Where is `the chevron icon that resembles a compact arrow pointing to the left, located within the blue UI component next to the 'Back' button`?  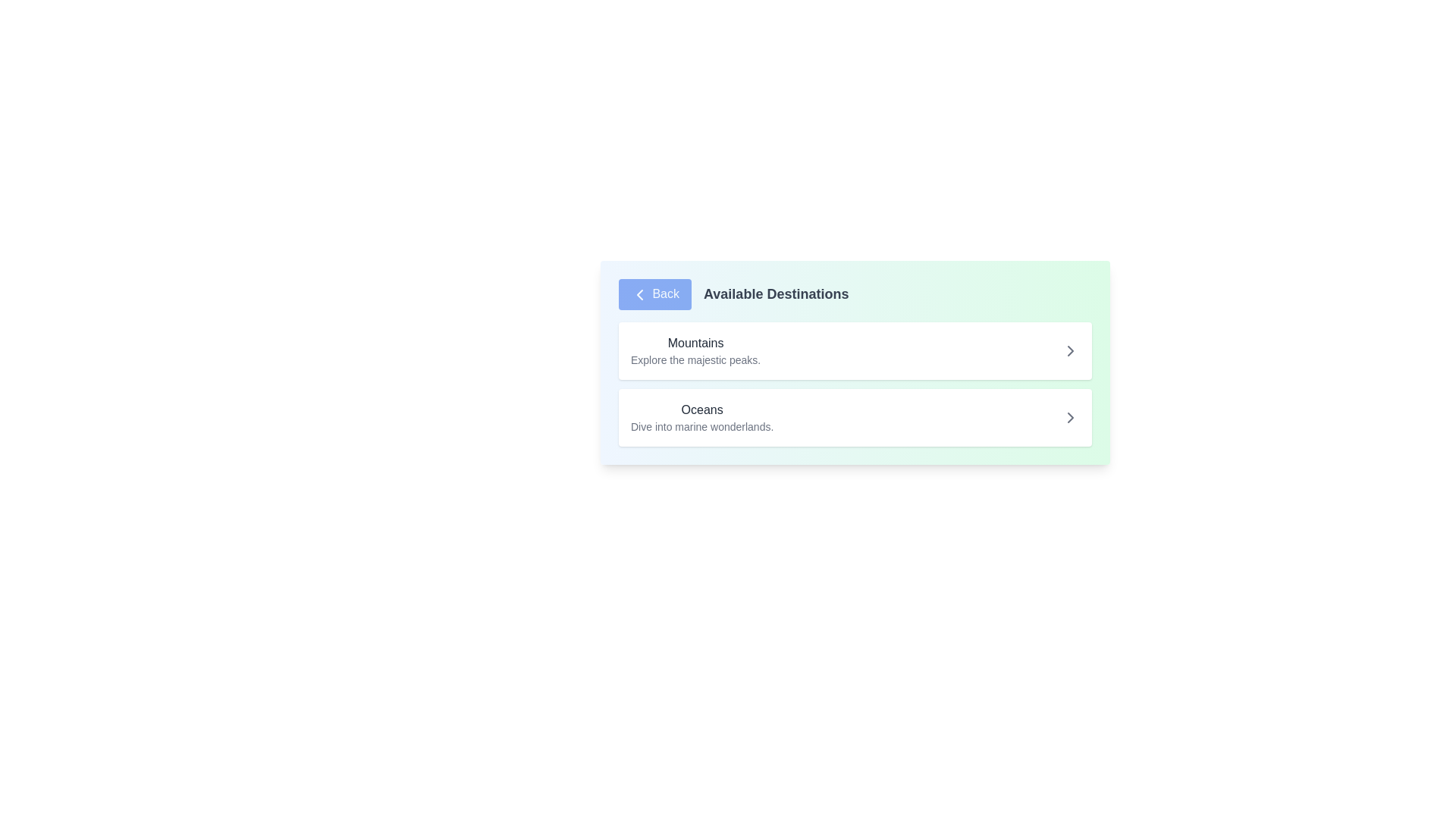 the chevron icon that resembles a compact arrow pointing to the left, located within the blue UI component next to the 'Back' button is located at coordinates (640, 294).